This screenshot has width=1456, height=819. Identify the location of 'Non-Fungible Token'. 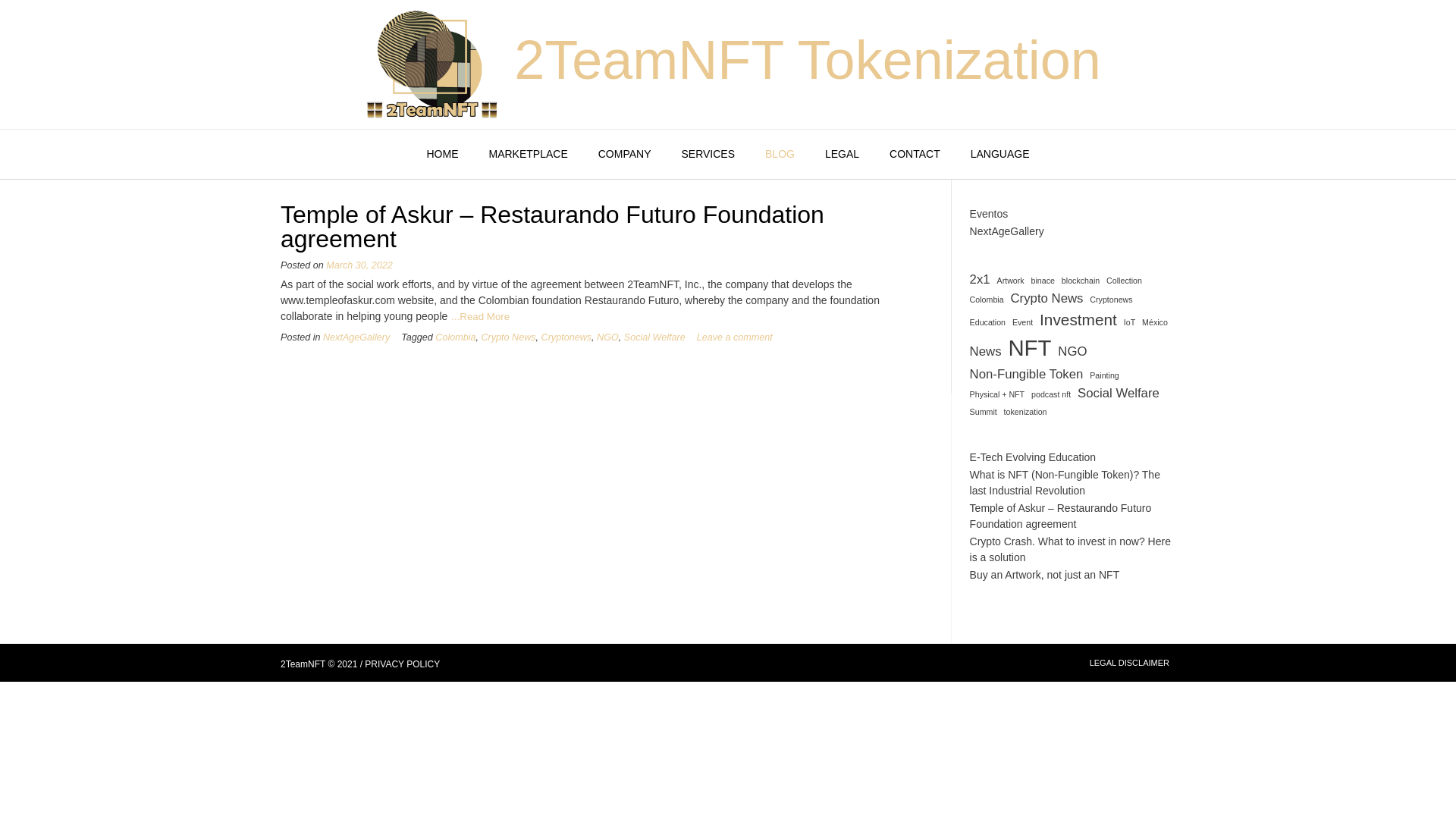
(1026, 374).